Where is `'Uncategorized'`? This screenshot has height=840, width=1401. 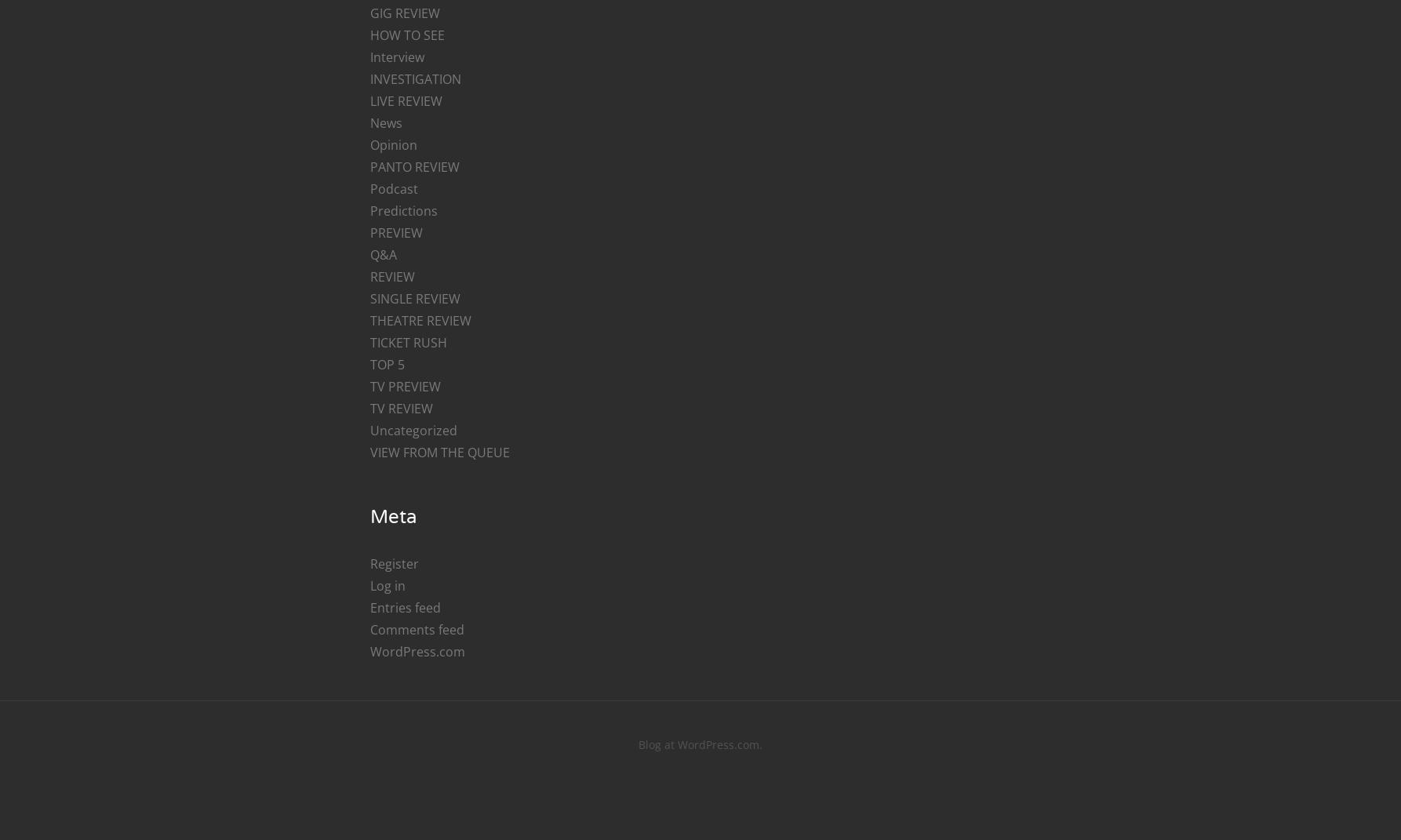 'Uncategorized' is located at coordinates (412, 430).